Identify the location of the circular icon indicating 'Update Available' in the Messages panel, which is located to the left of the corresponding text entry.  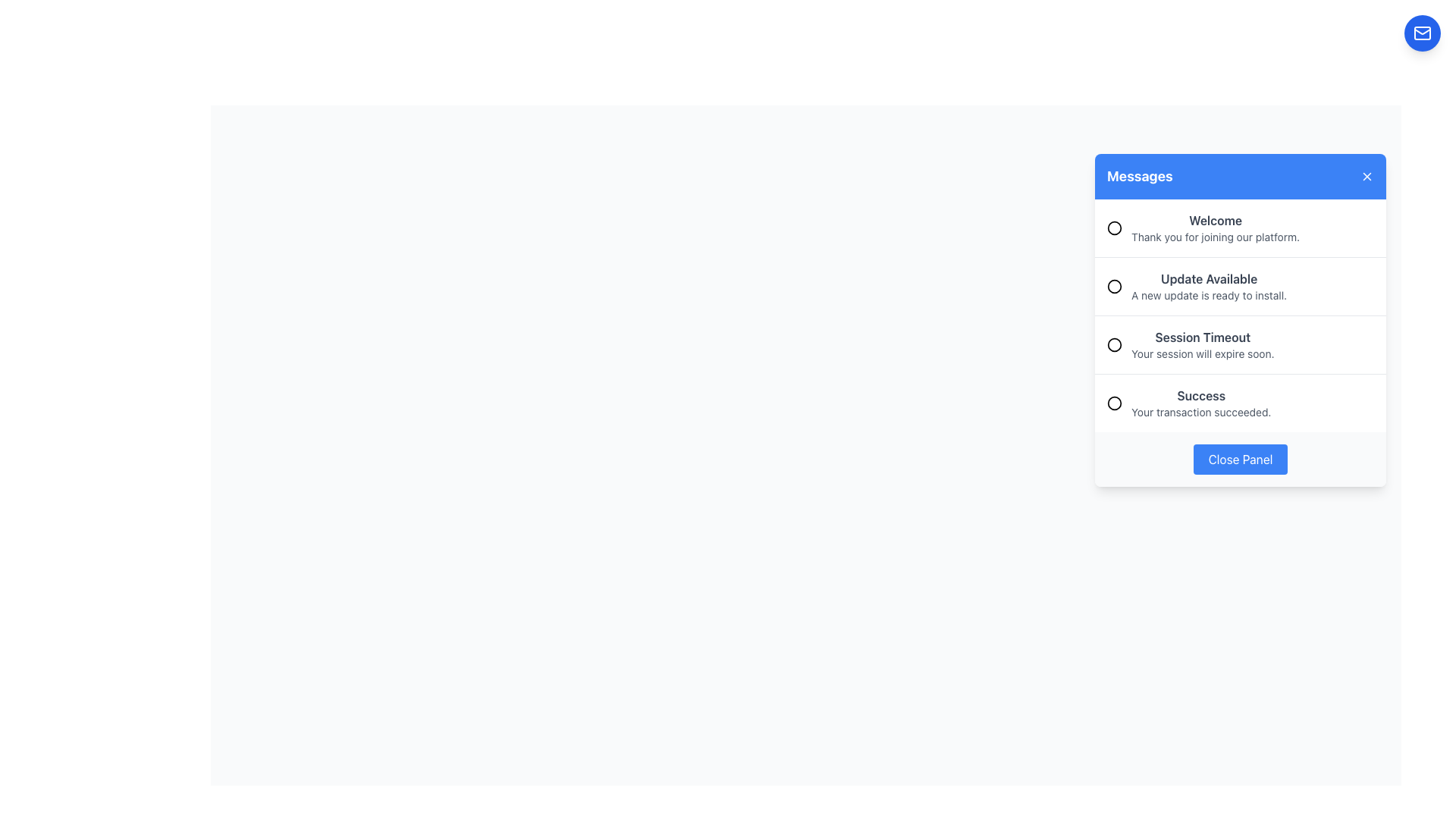
(1114, 287).